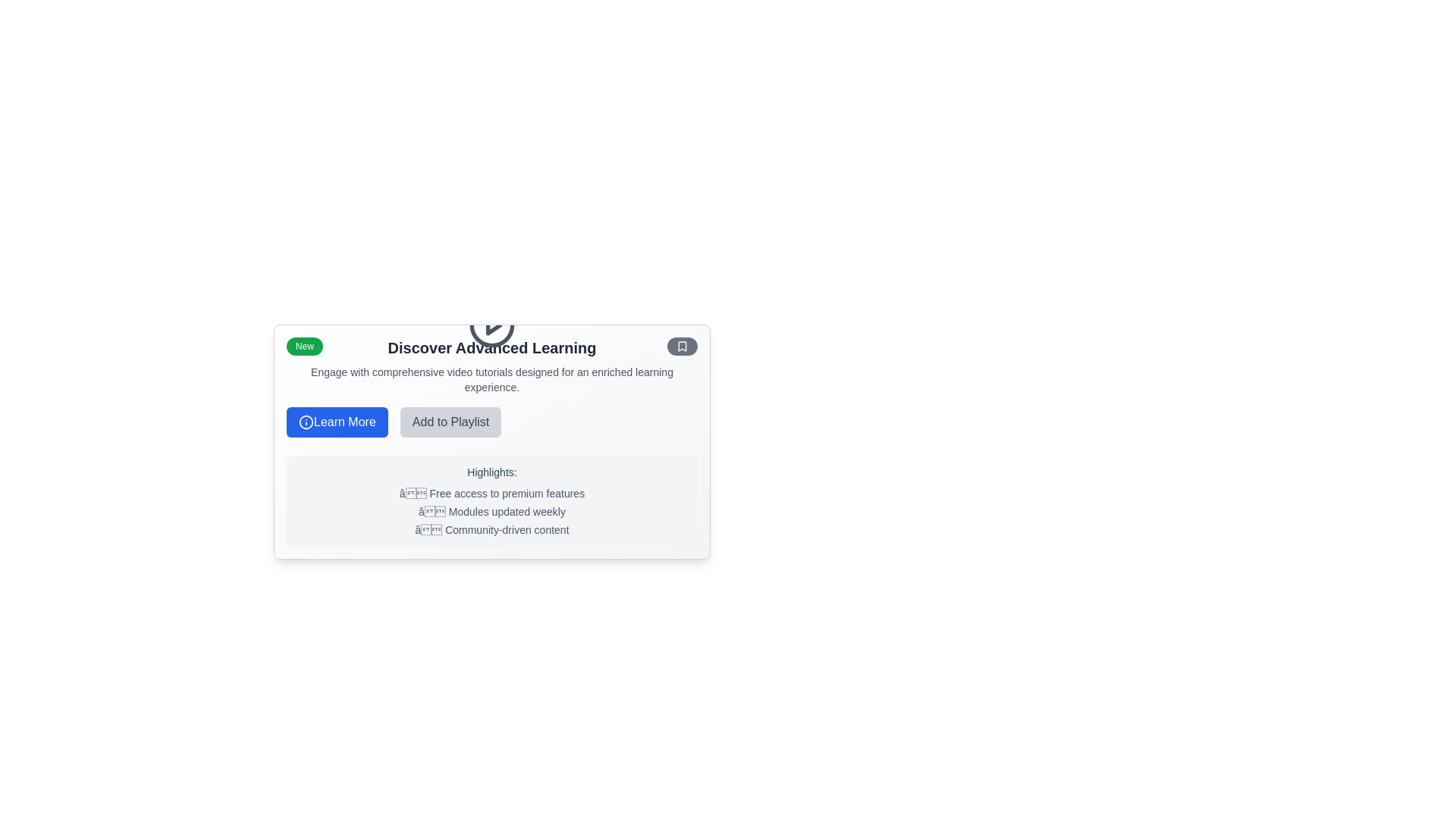  I want to click on the outer boundary of the play button symbol, which is a circular vector graphic element positioned centrally within the SVG structure, so click(491, 324).